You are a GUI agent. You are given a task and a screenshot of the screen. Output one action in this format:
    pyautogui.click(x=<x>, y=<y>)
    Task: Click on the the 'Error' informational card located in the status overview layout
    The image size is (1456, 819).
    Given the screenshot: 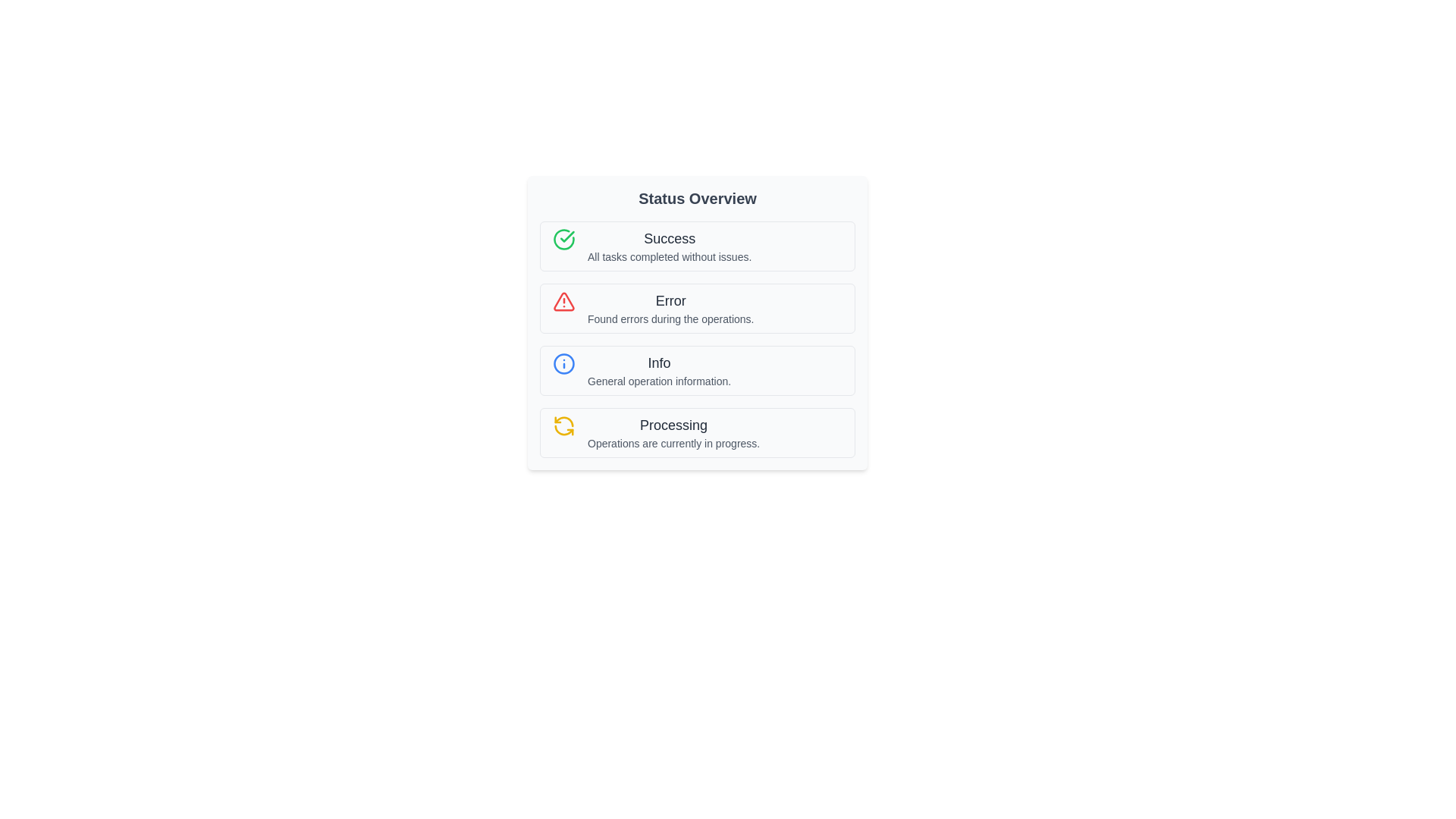 What is the action you would take?
    pyautogui.click(x=697, y=322)
    